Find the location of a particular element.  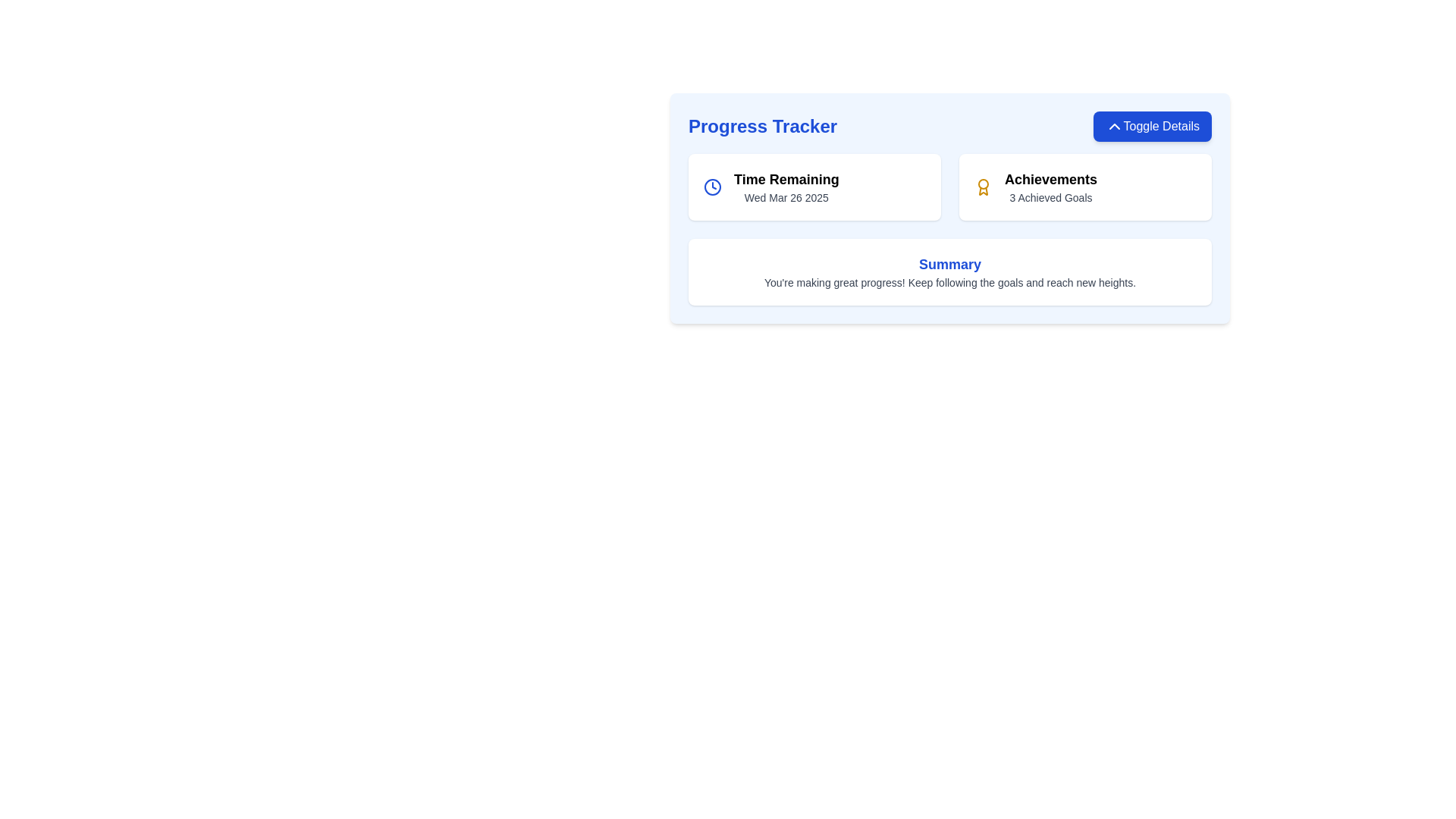

the decorative SVG circle representing the clock's face, outlined with a bold blue line, located in the top-left card of the 'Progress Tracker' section is located at coordinates (712, 186).